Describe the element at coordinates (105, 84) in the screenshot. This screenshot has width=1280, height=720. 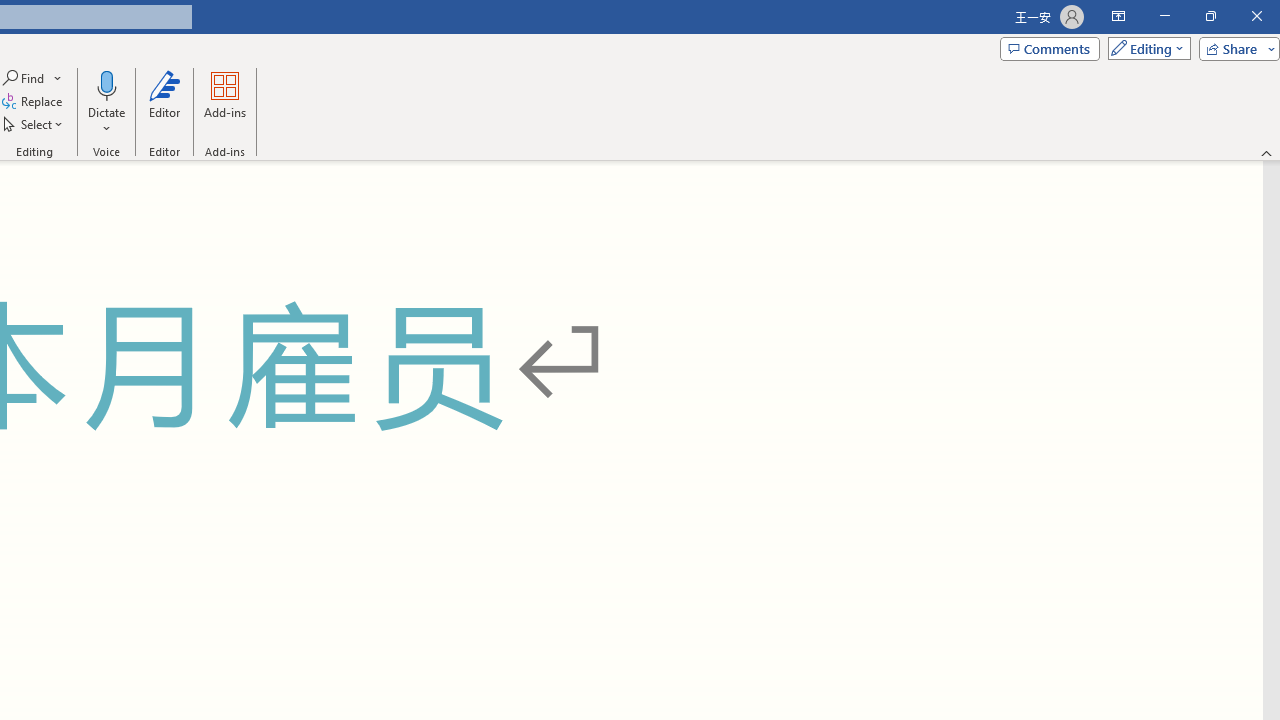
I see `'Dictate'` at that location.